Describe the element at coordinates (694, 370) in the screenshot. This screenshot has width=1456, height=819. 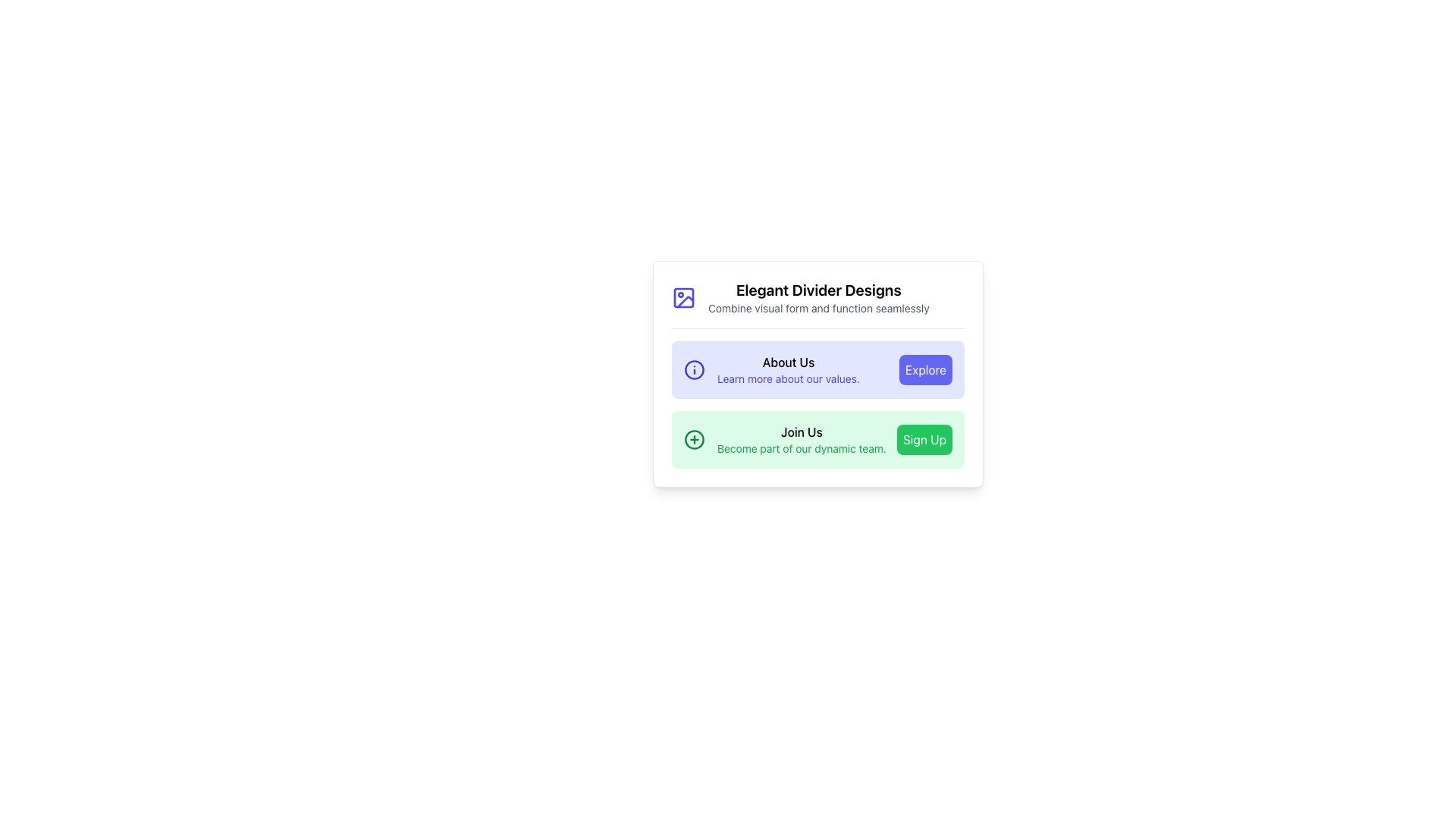
I see `the 'About Us' icon located to the left of the text block with the title 'About Us' and subtitle 'Learn more about our values.'` at that location.